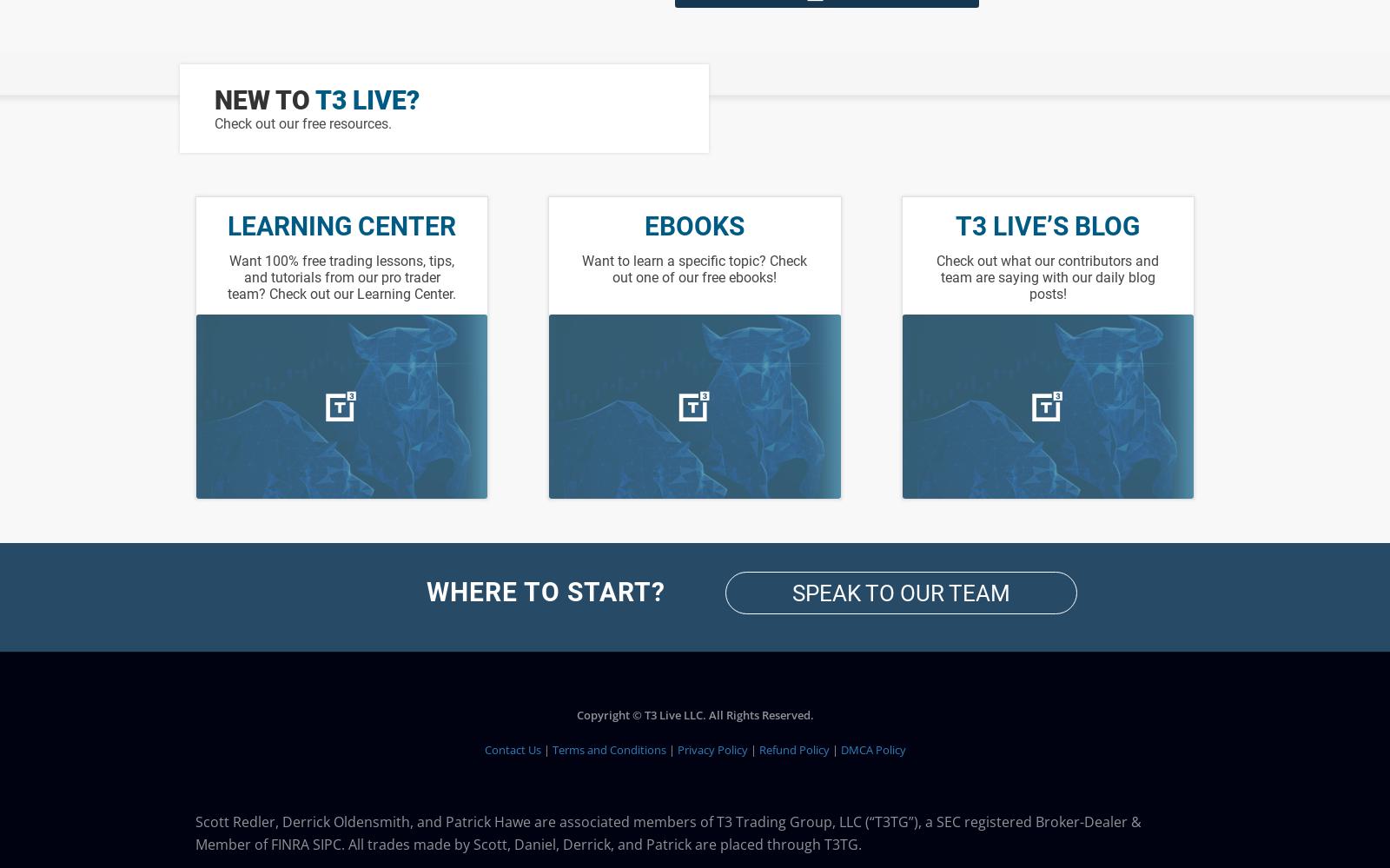 This screenshot has width=1390, height=868. I want to click on 'Terms and Conditions', so click(552, 749).